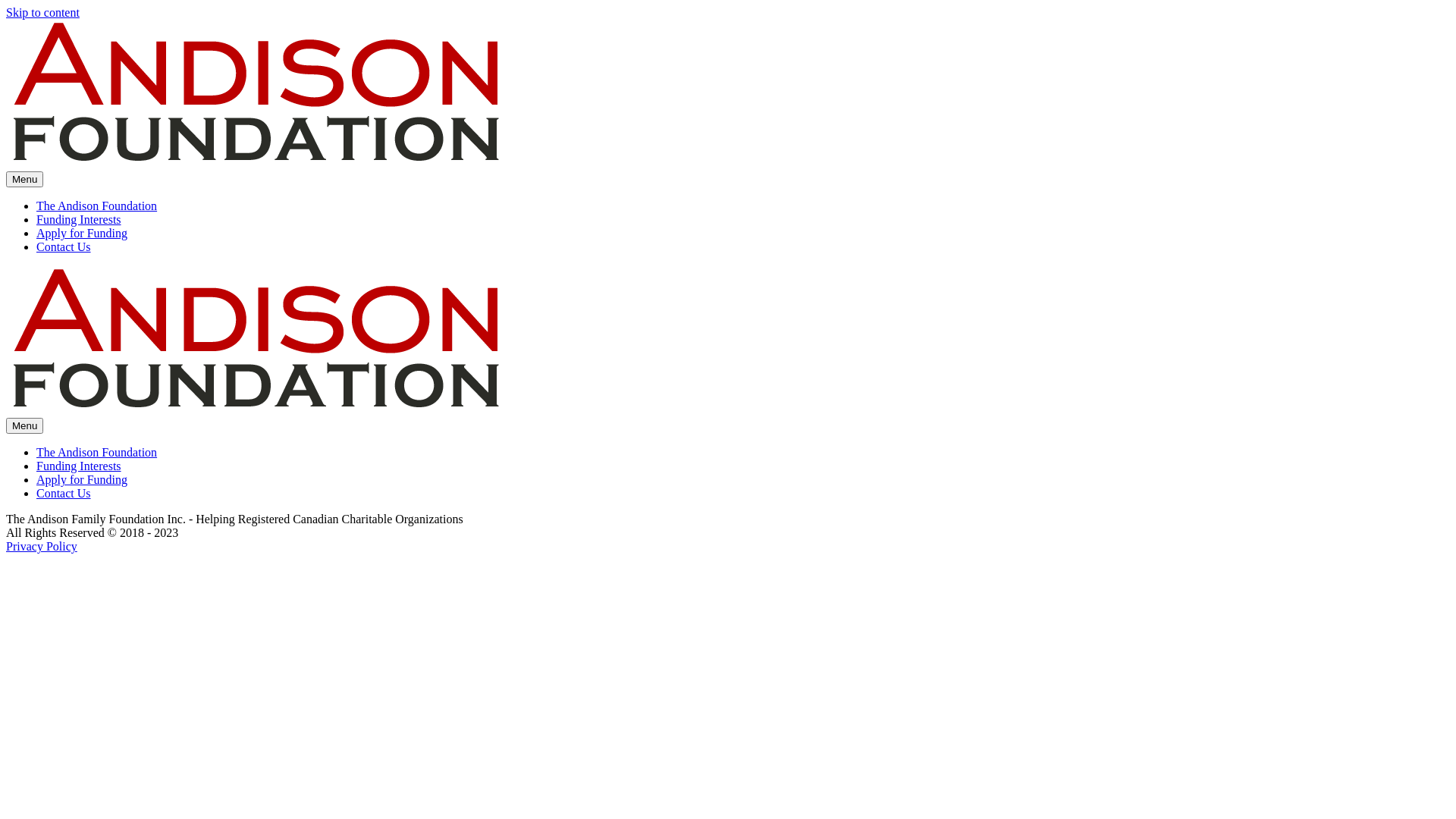 The width and height of the screenshot is (1456, 819). What do you see at coordinates (96, 206) in the screenshot?
I see `'The Andison Foundation'` at bounding box center [96, 206].